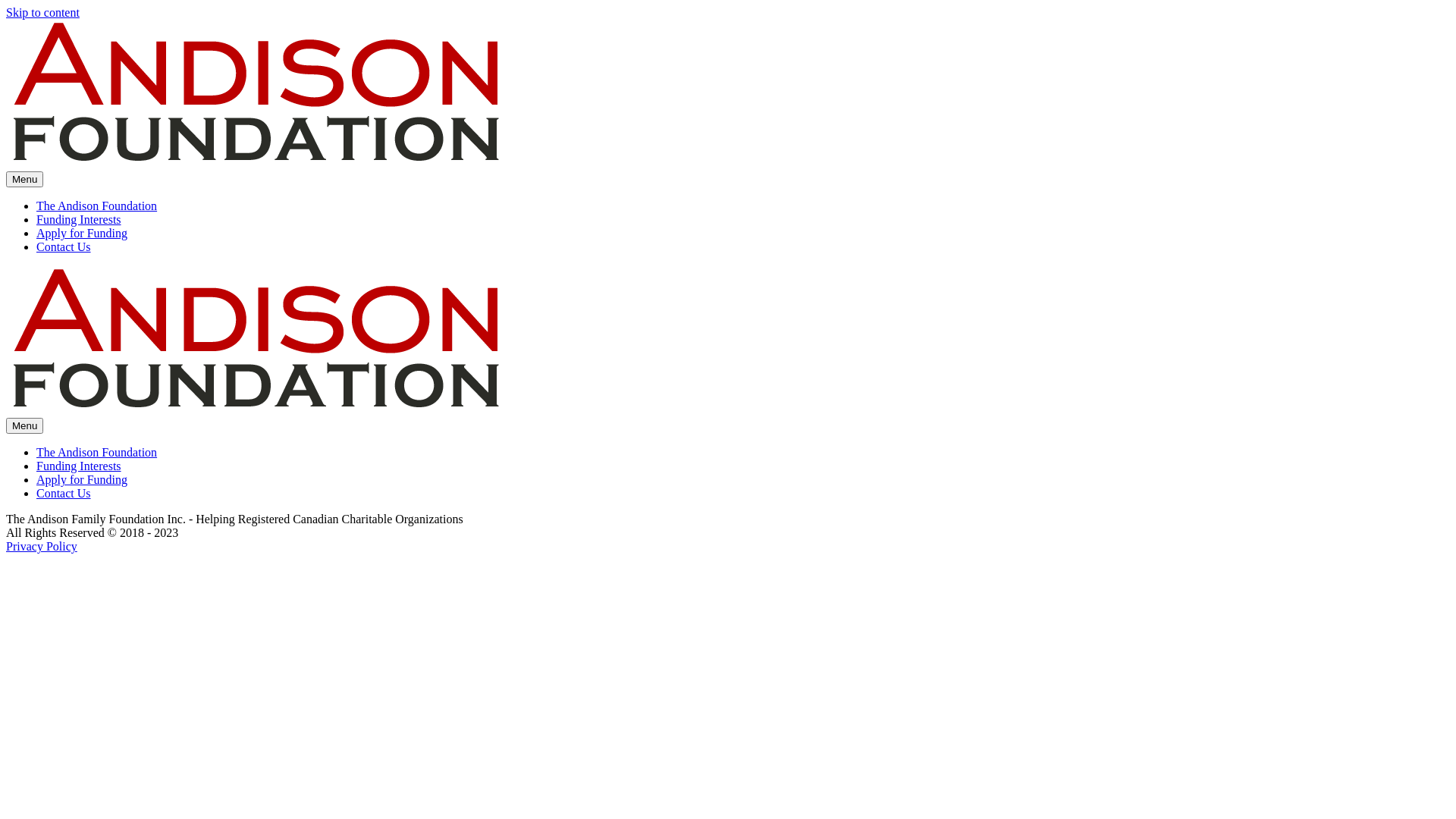 The width and height of the screenshot is (1456, 819). What do you see at coordinates (96, 206) in the screenshot?
I see `'The Andison Foundation'` at bounding box center [96, 206].